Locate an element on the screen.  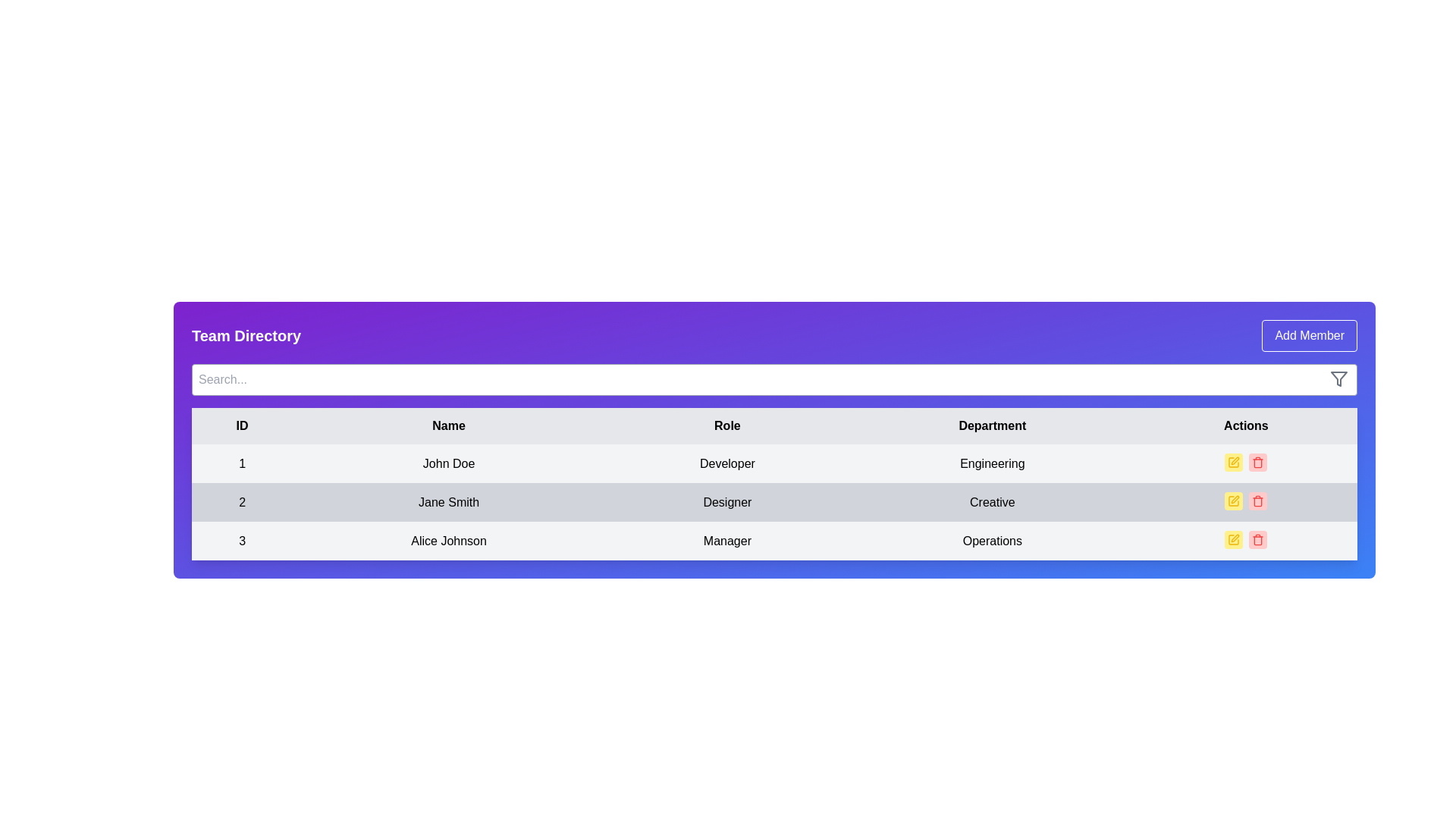
the 'Name' text label, which is a bold black text on a light gray background, located in the header row of a table between the 'ID' and 'Role' labels is located at coordinates (448, 426).